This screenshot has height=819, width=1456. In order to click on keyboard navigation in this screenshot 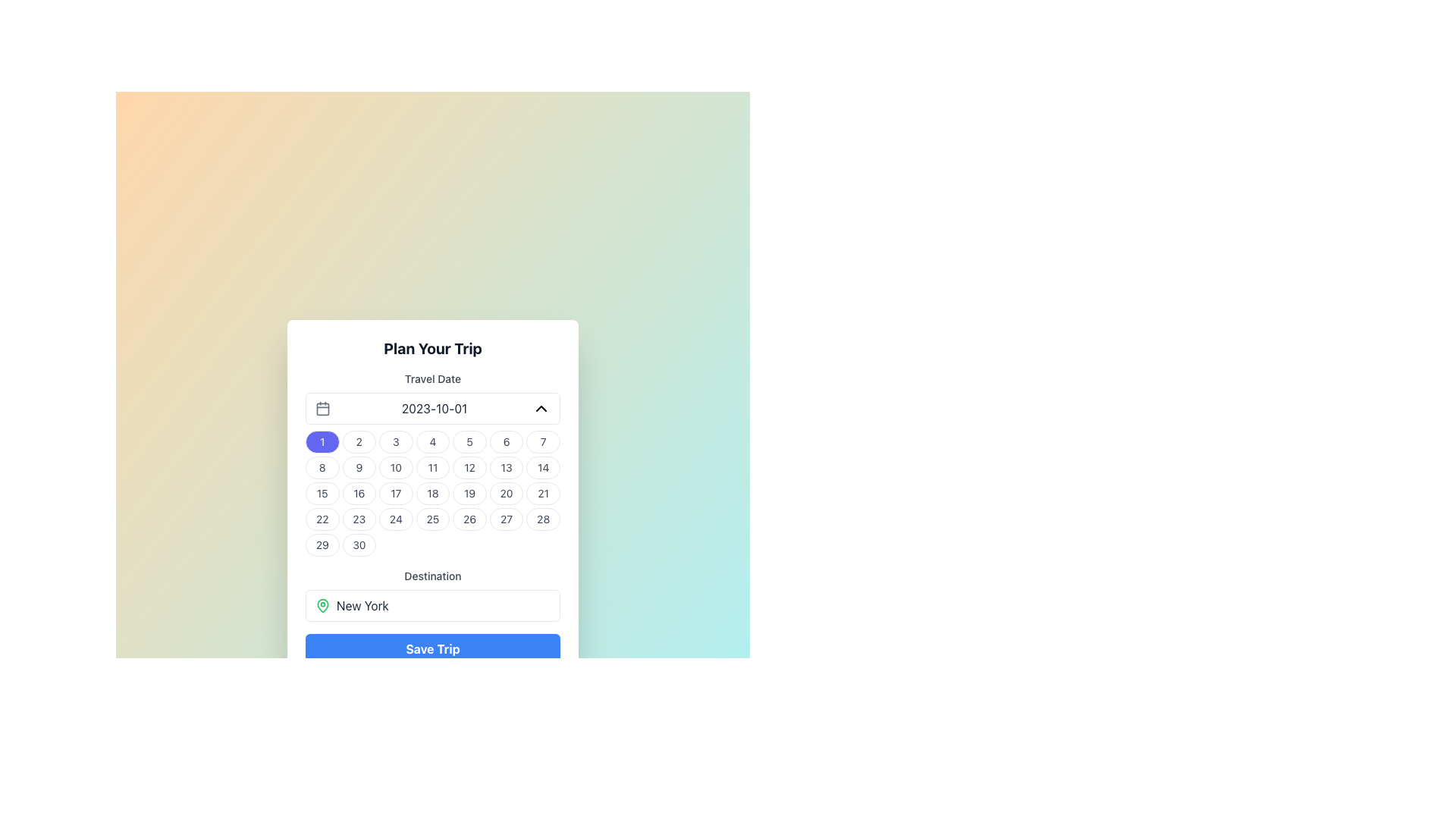, I will do `click(443, 604)`.